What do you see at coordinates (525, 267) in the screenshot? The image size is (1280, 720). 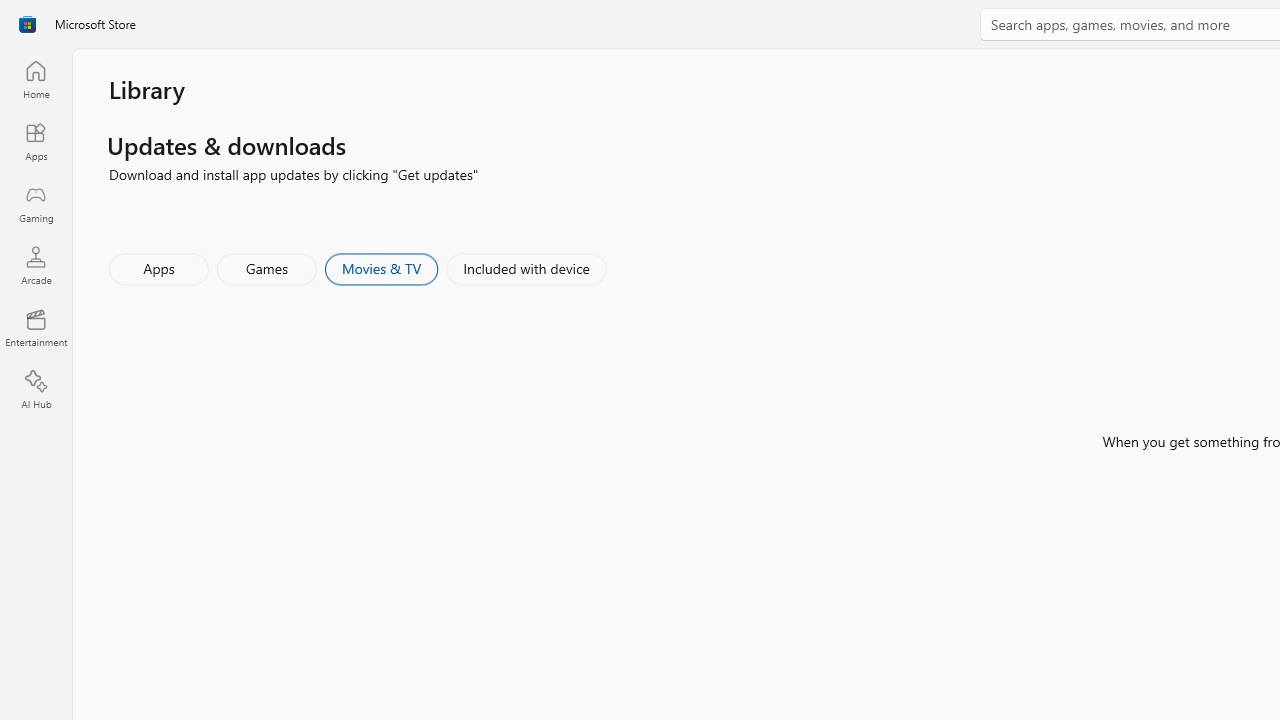 I see `'Included with device'` at bounding box center [525, 267].